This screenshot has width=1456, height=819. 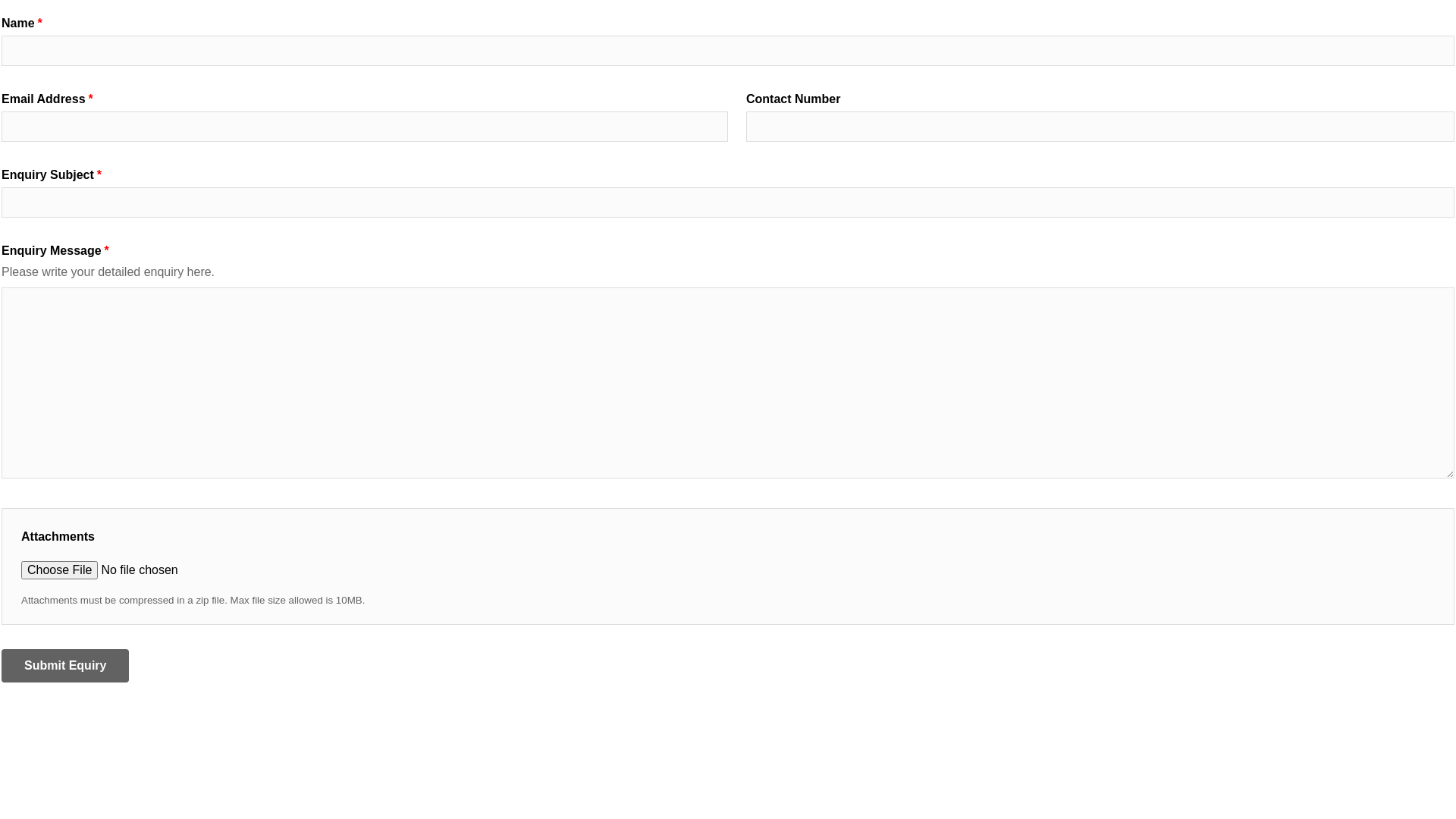 I want to click on 'Submit Equiry', so click(x=64, y=665).